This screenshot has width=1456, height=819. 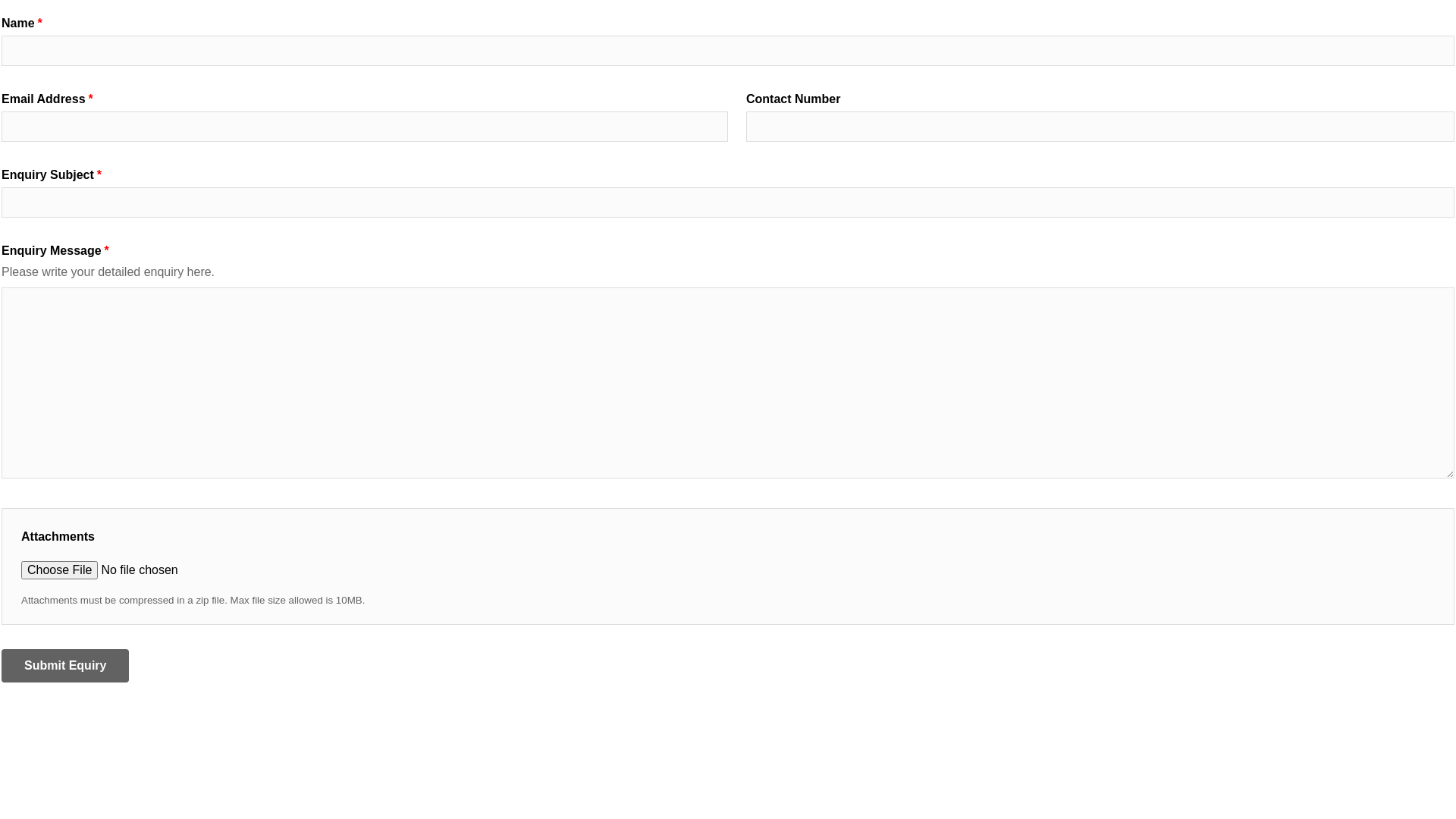 I want to click on 'Submit Equiry', so click(x=64, y=665).